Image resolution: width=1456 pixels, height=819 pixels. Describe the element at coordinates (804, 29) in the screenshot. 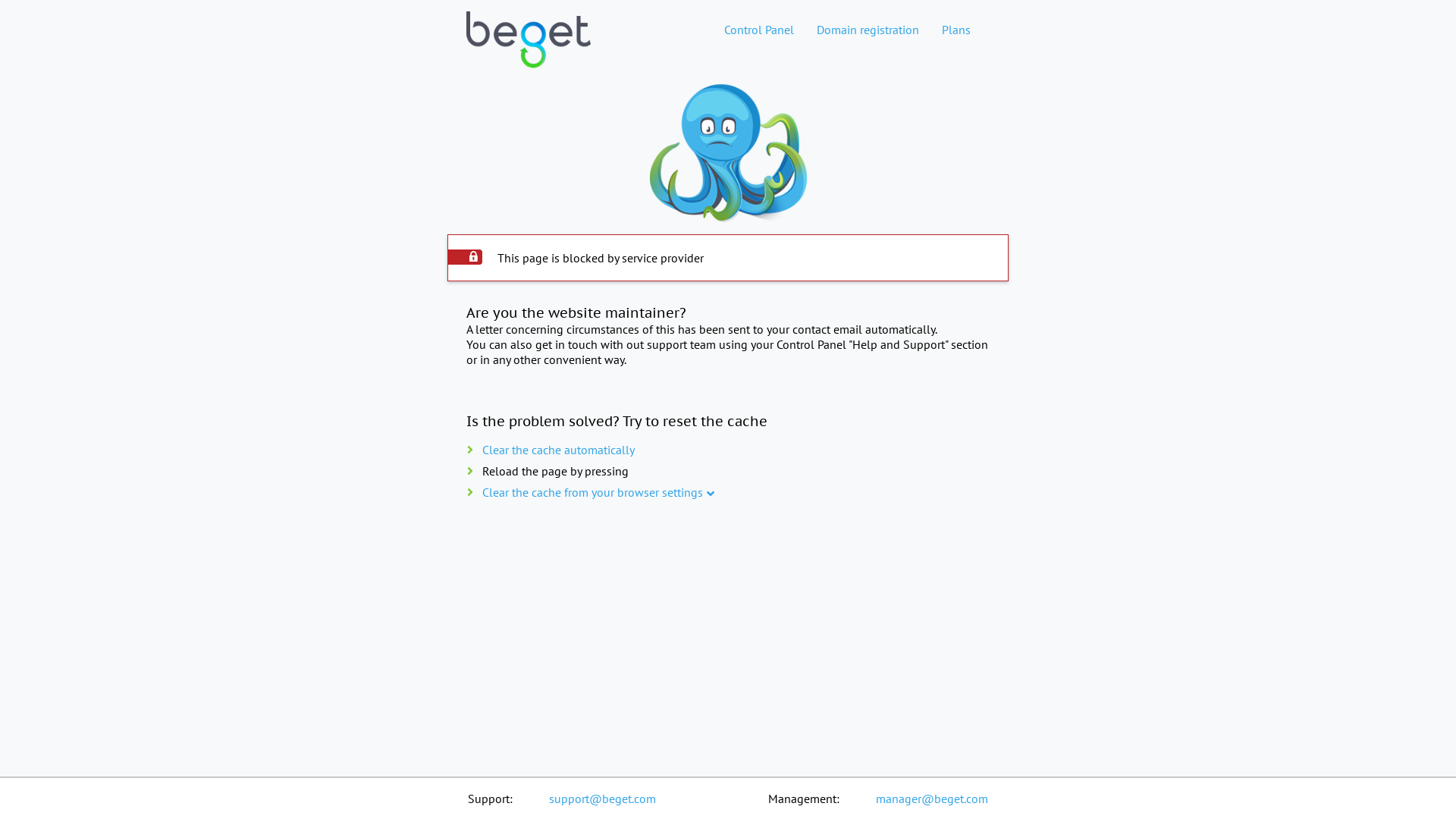

I see `'Domain registration'` at that location.